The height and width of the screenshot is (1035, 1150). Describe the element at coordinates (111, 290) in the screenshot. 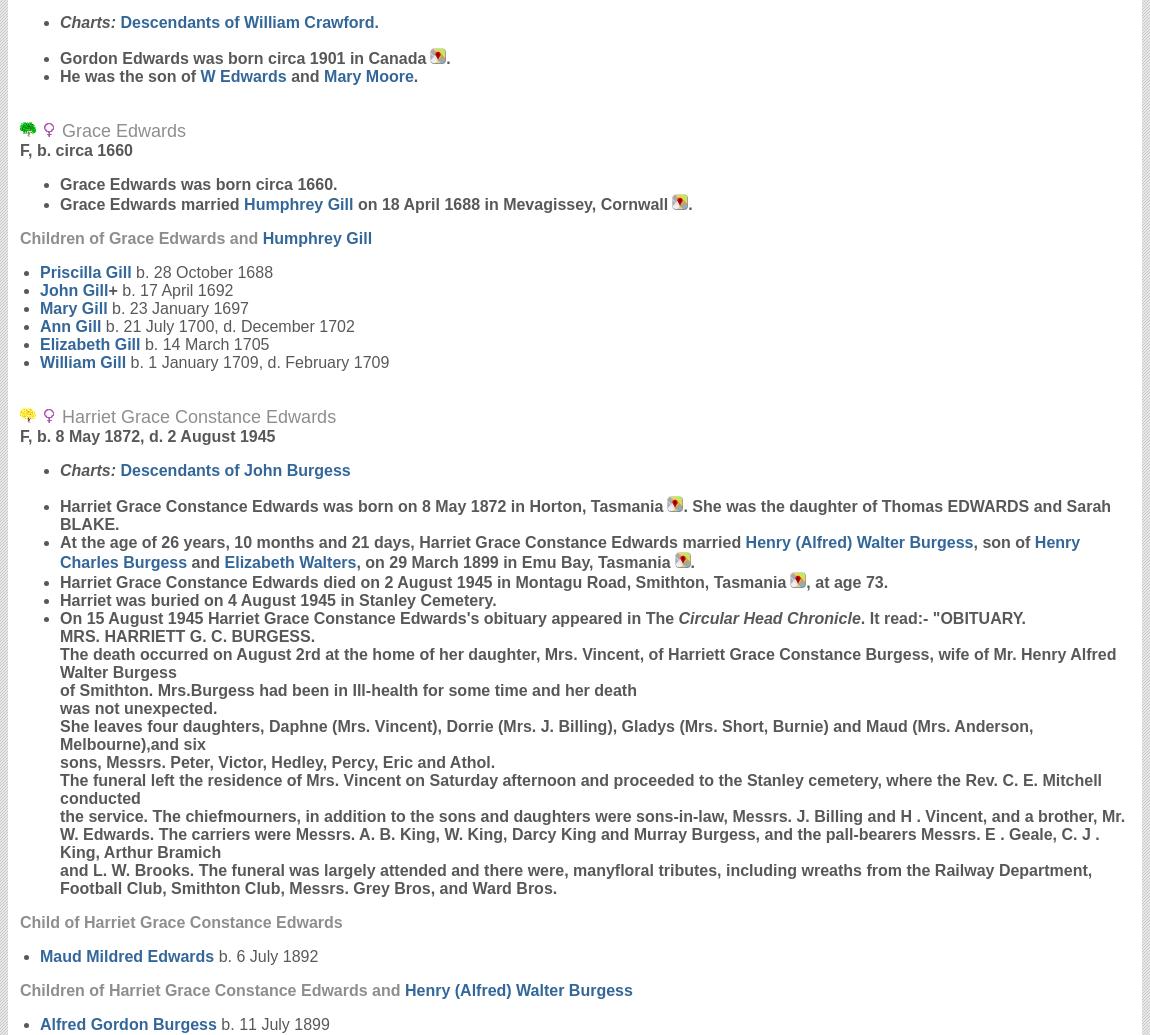

I see `'+'` at that location.